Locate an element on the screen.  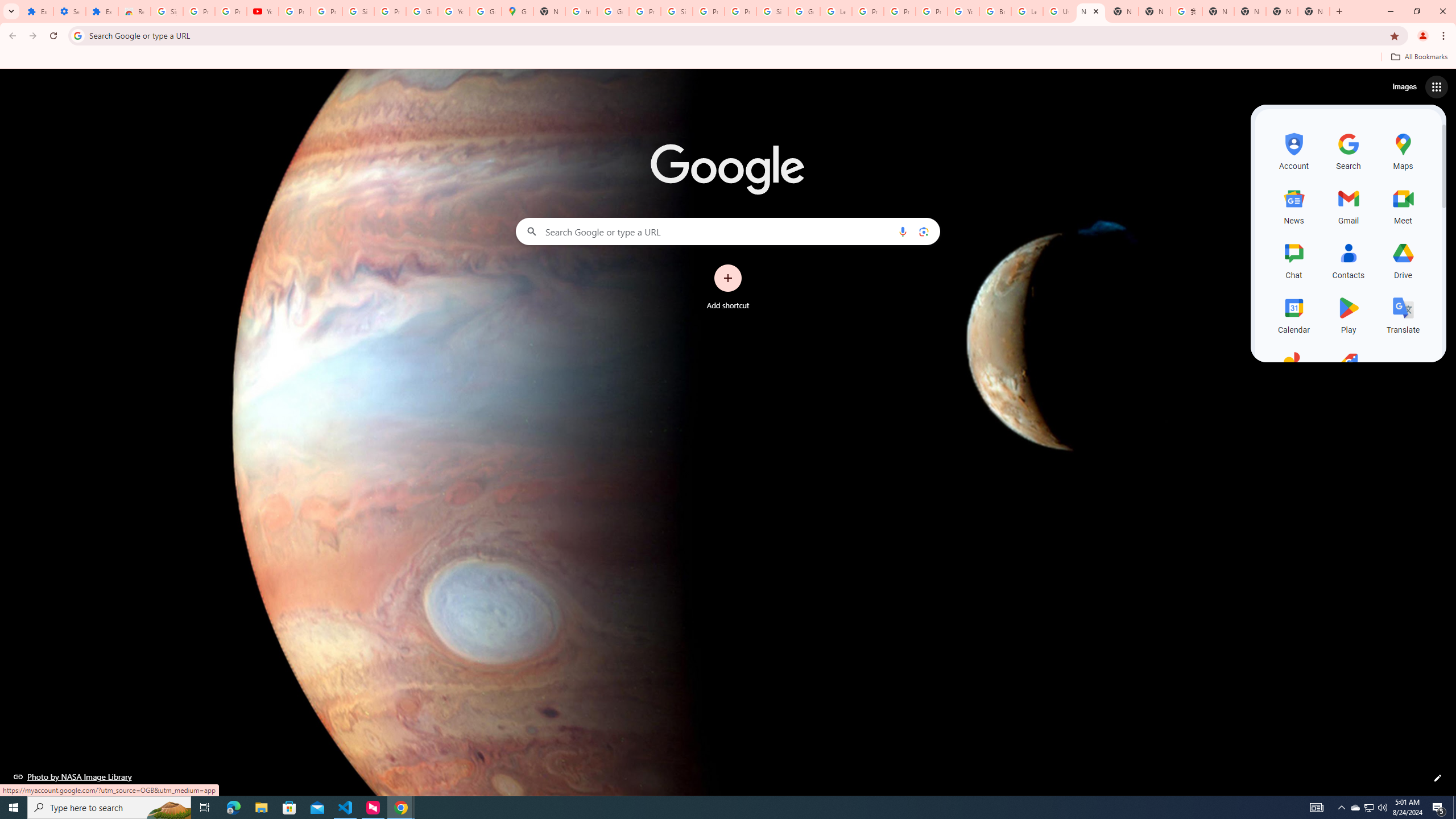
'Play, row 4 of 5 and column 2 of 3 in the first section' is located at coordinates (1349, 313).